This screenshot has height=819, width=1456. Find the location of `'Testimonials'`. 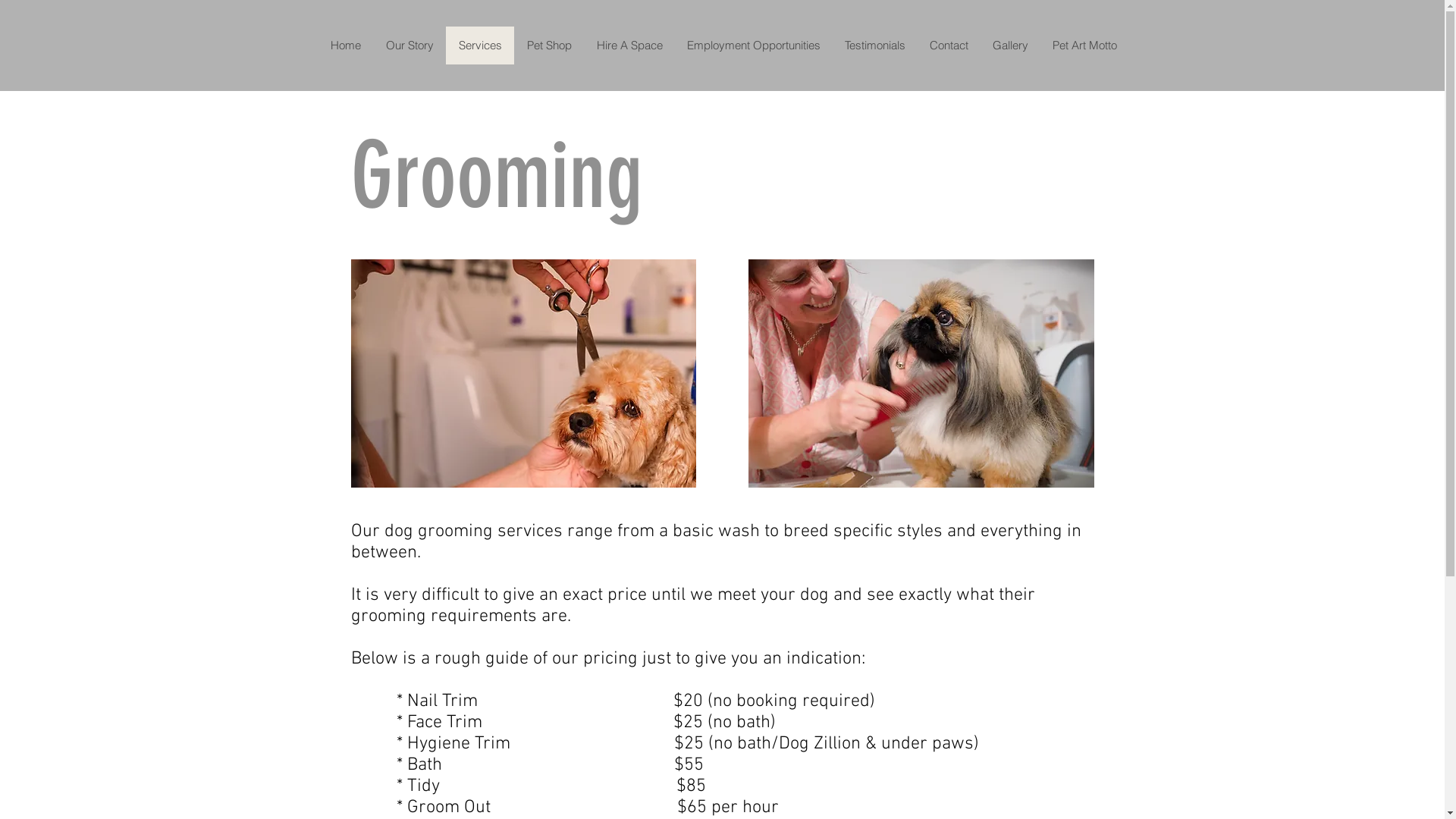

'Testimonials' is located at coordinates (832, 45).